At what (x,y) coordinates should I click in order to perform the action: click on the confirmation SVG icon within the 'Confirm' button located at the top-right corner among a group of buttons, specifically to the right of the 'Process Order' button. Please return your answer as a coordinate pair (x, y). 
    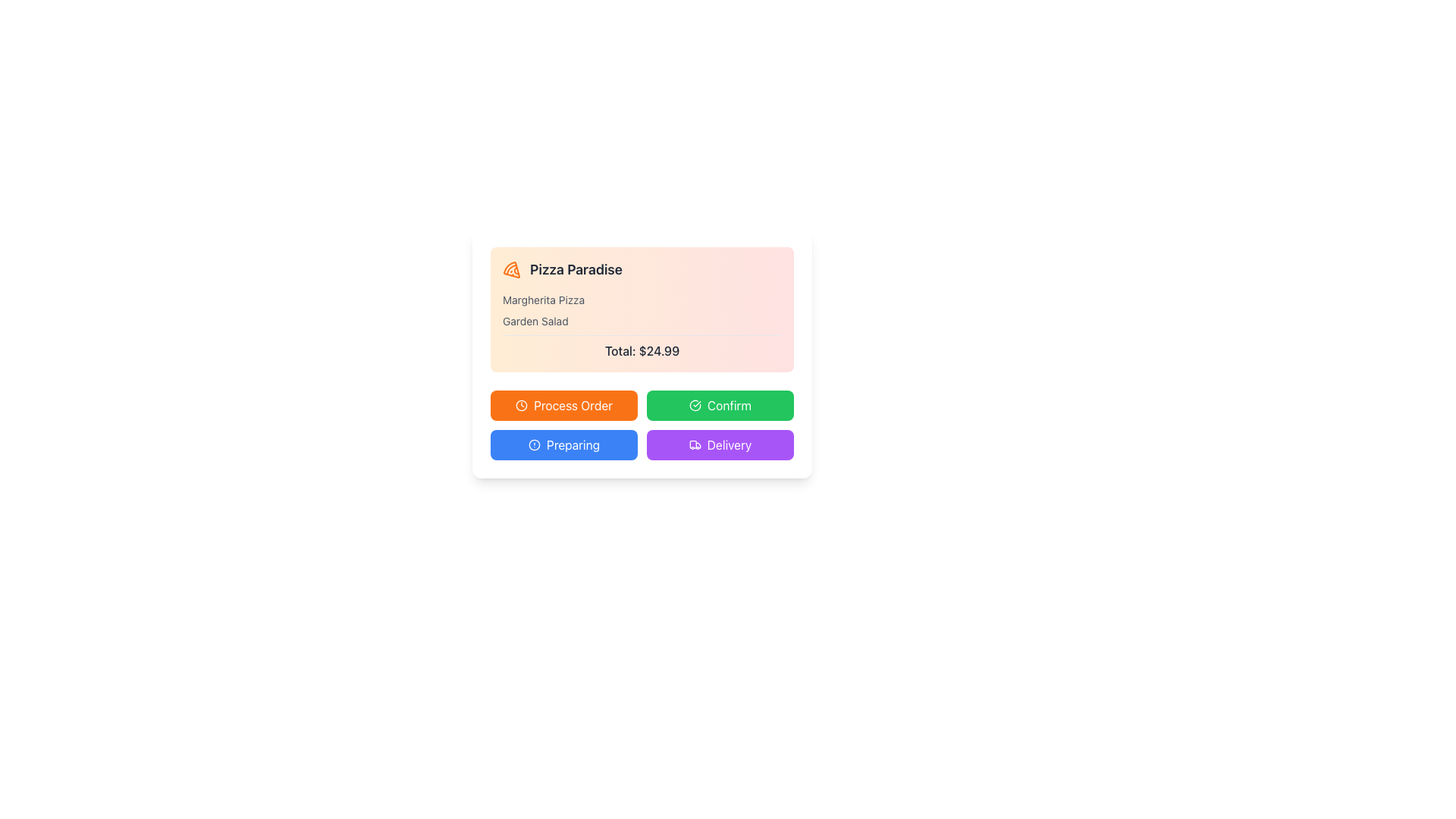
    Looking at the image, I should click on (694, 405).